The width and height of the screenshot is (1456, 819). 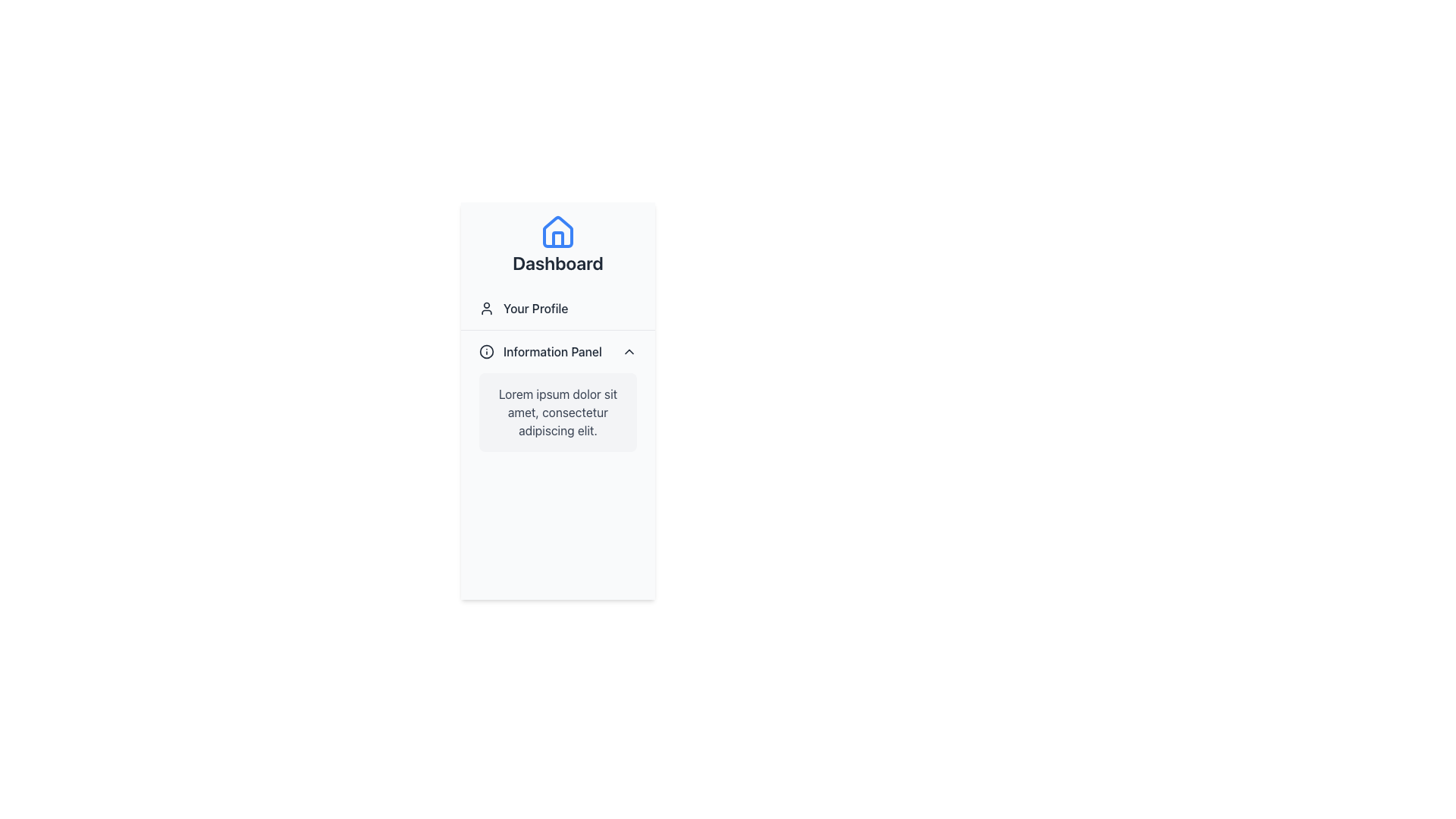 I want to click on 'Your Profile' text label with icon located in the sidebar under the 'Dashboard' title, which is styled in gray color and has a user figure icon to the left, so click(x=557, y=308).